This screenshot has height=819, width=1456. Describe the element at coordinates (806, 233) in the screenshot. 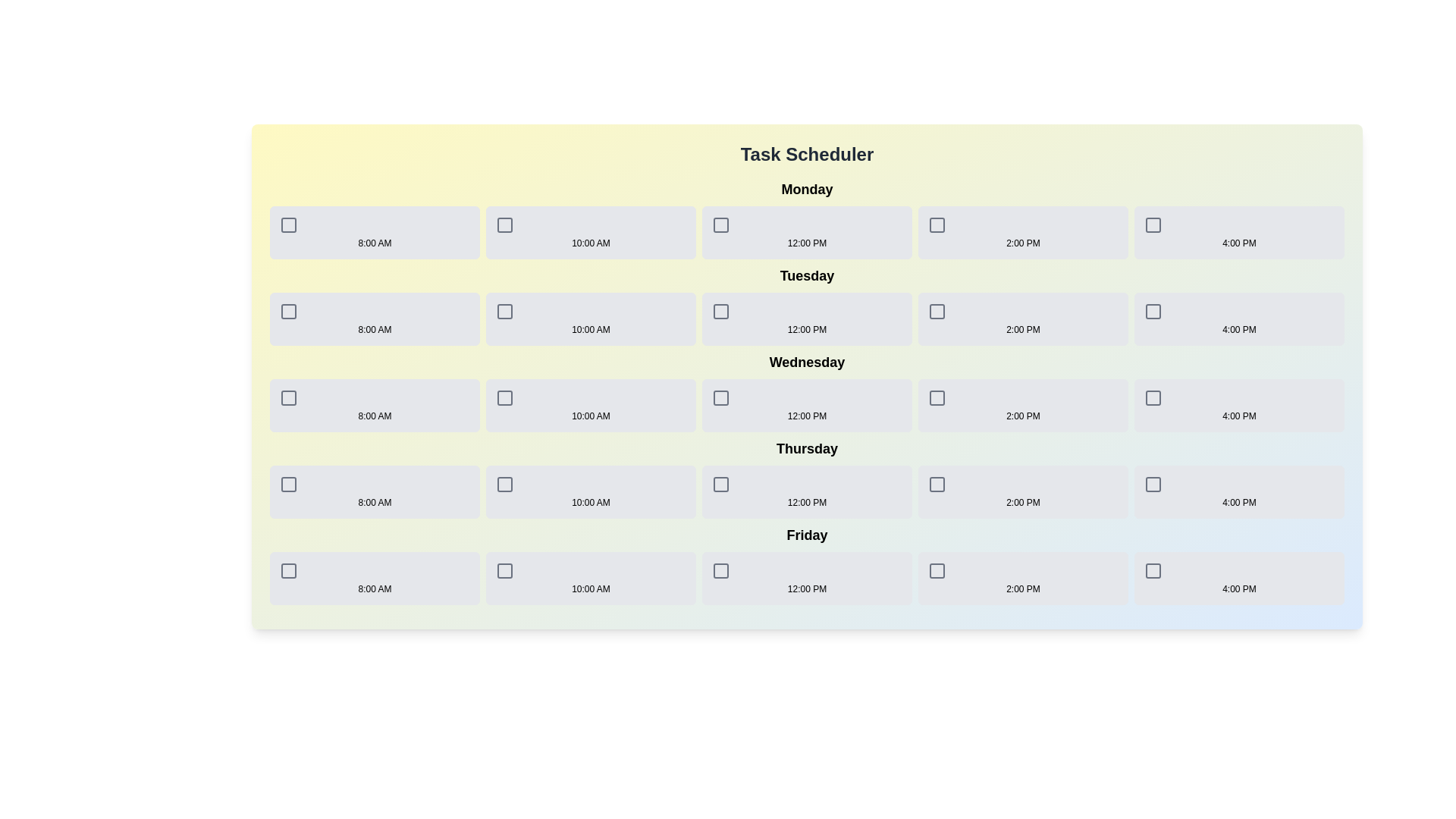

I see `the timeslot for Monday at 12:00 PM` at that location.